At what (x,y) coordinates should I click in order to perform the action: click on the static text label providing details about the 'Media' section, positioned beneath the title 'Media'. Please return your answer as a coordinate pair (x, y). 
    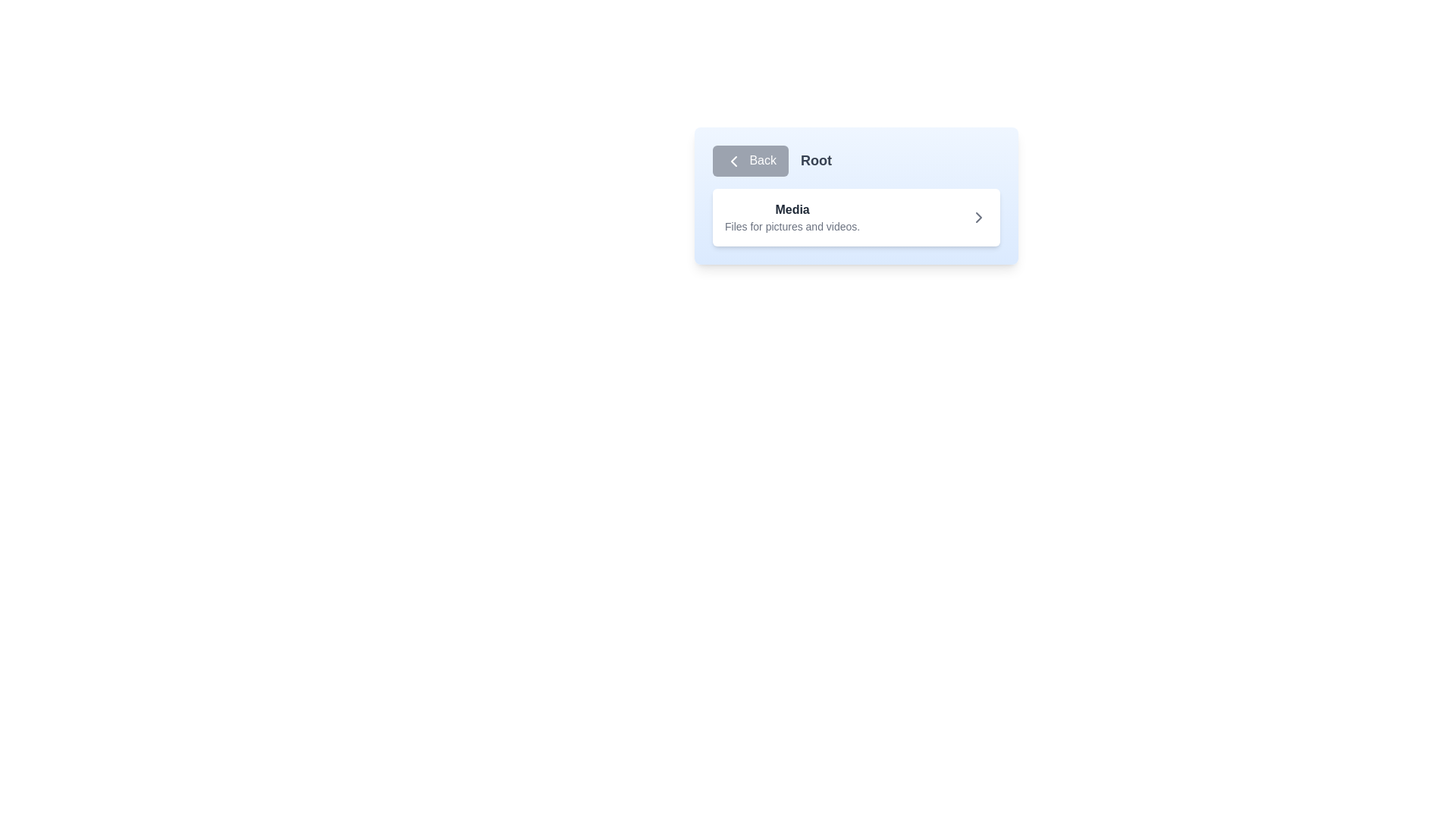
    Looking at the image, I should click on (792, 226).